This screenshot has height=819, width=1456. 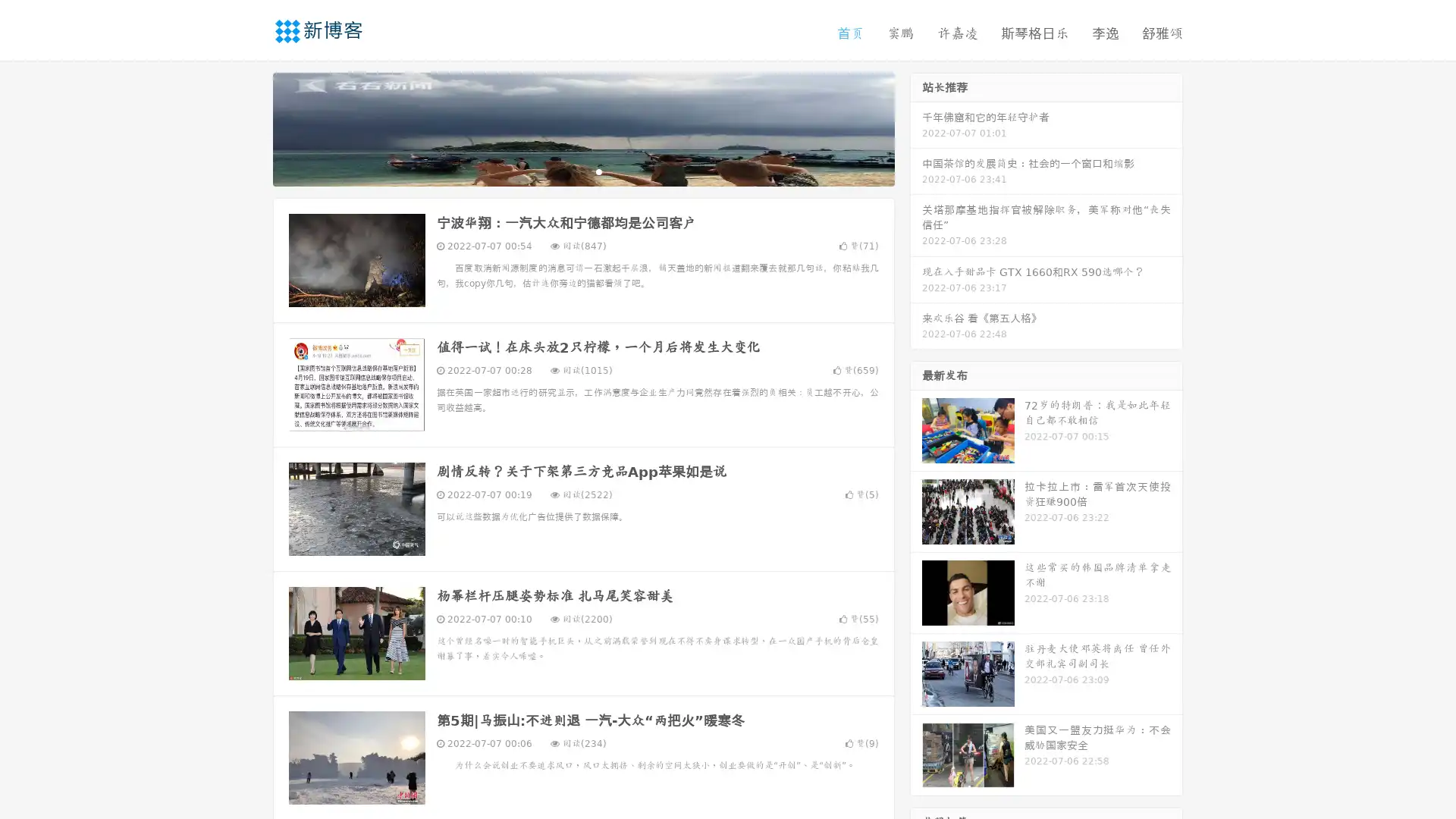 I want to click on Go to slide 1, so click(x=567, y=171).